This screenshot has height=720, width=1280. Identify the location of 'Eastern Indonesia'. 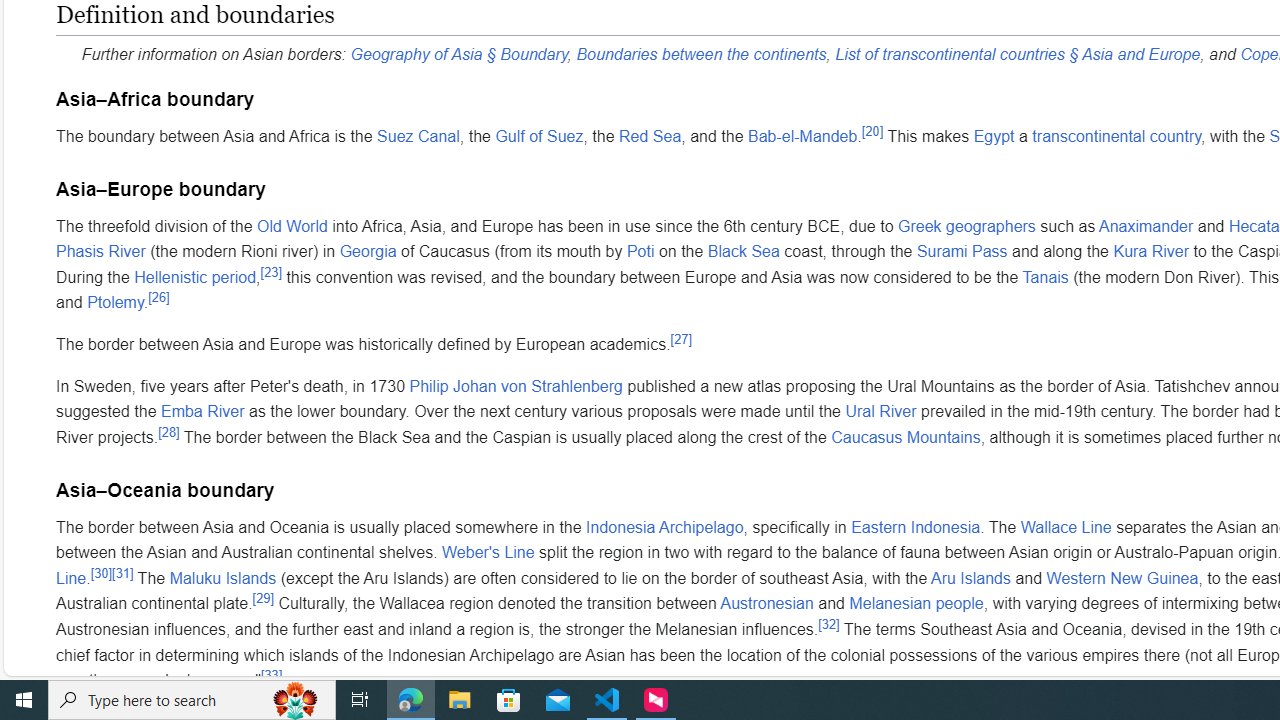
(914, 525).